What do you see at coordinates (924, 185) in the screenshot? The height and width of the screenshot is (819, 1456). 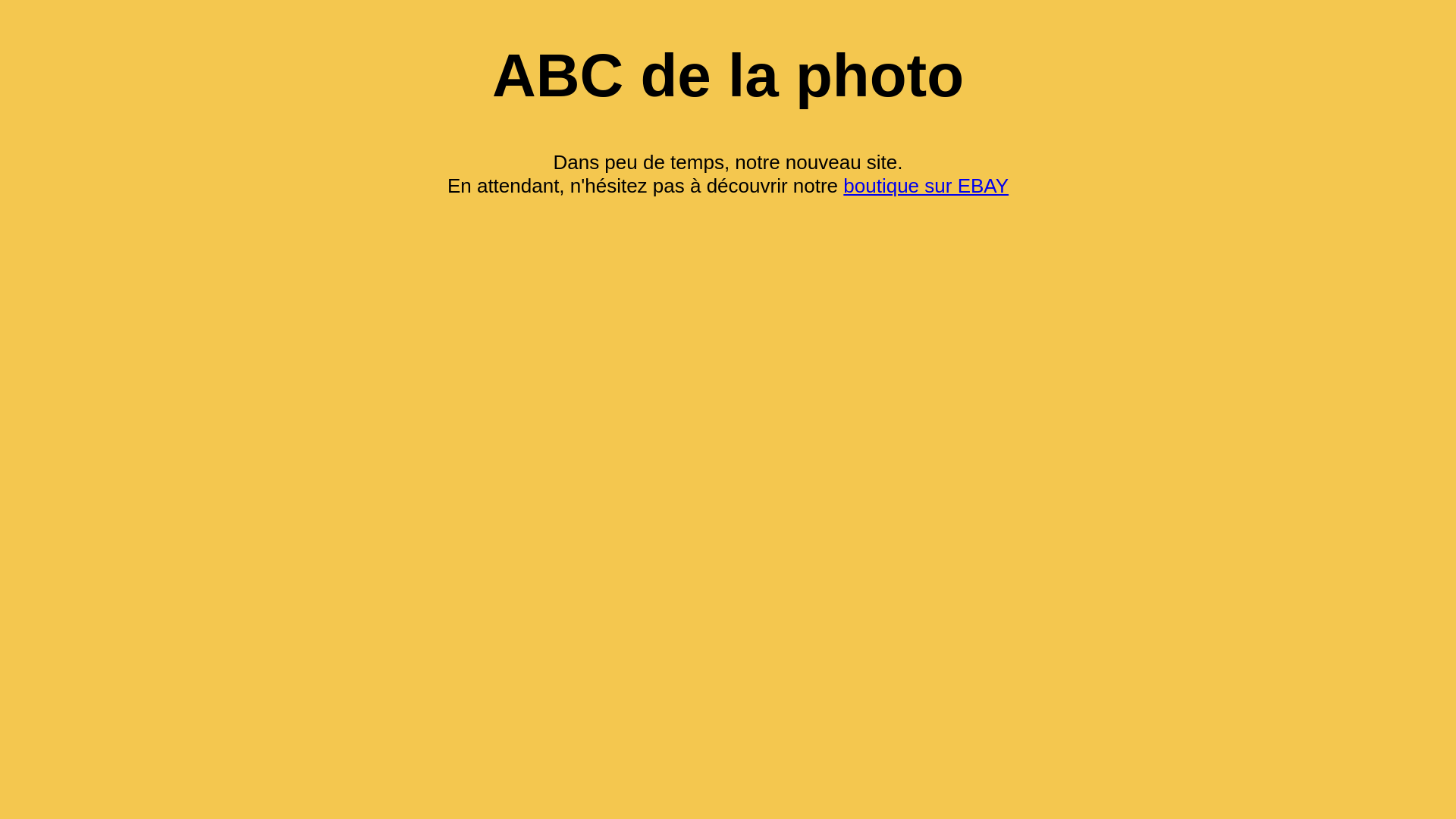 I see `'boutique sur EBAY'` at bounding box center [924, 185].